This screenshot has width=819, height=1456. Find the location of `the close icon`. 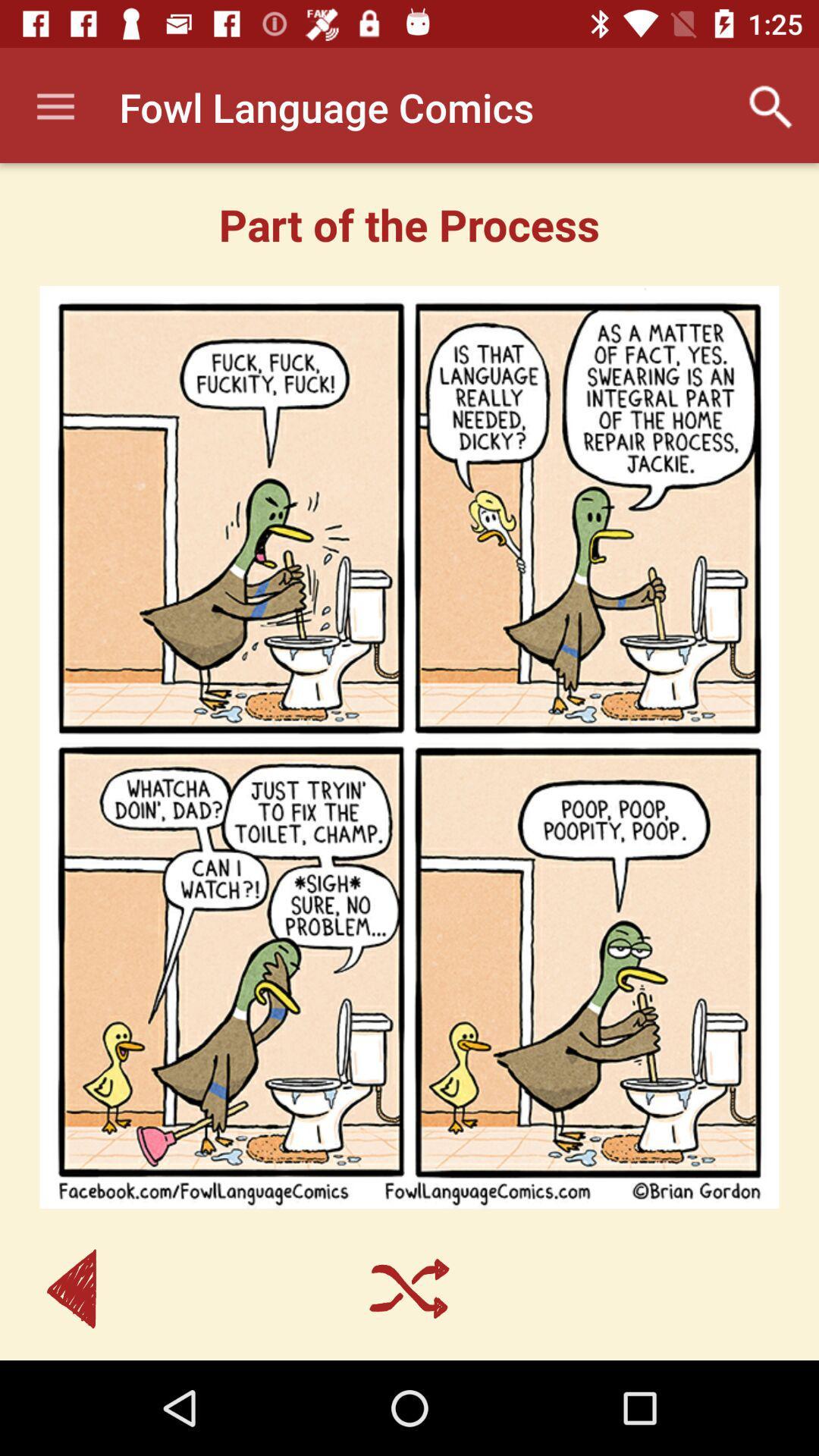

the close icon is located at coordinates (409, 1288).